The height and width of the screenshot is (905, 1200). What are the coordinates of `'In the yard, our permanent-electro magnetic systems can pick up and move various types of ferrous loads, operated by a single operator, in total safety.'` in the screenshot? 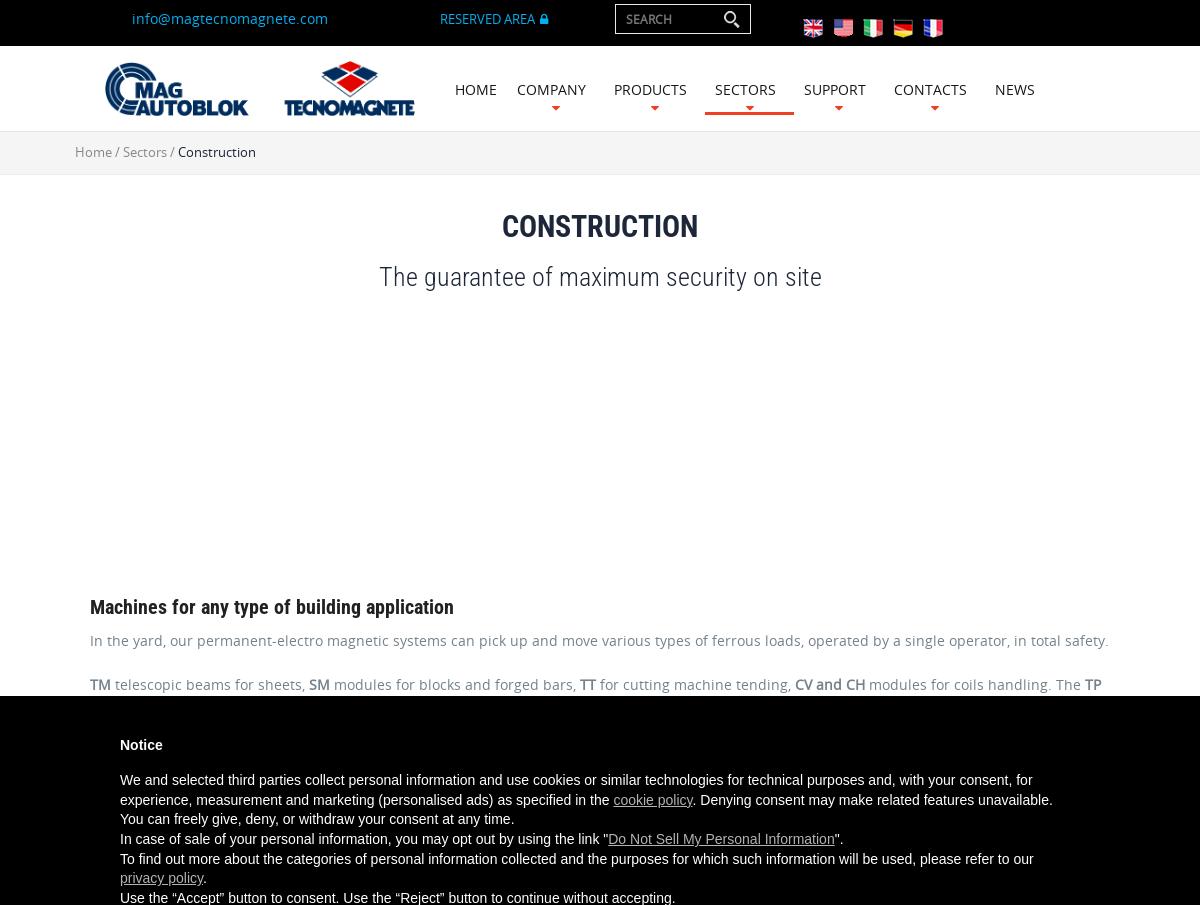 It's located at (598, 639).